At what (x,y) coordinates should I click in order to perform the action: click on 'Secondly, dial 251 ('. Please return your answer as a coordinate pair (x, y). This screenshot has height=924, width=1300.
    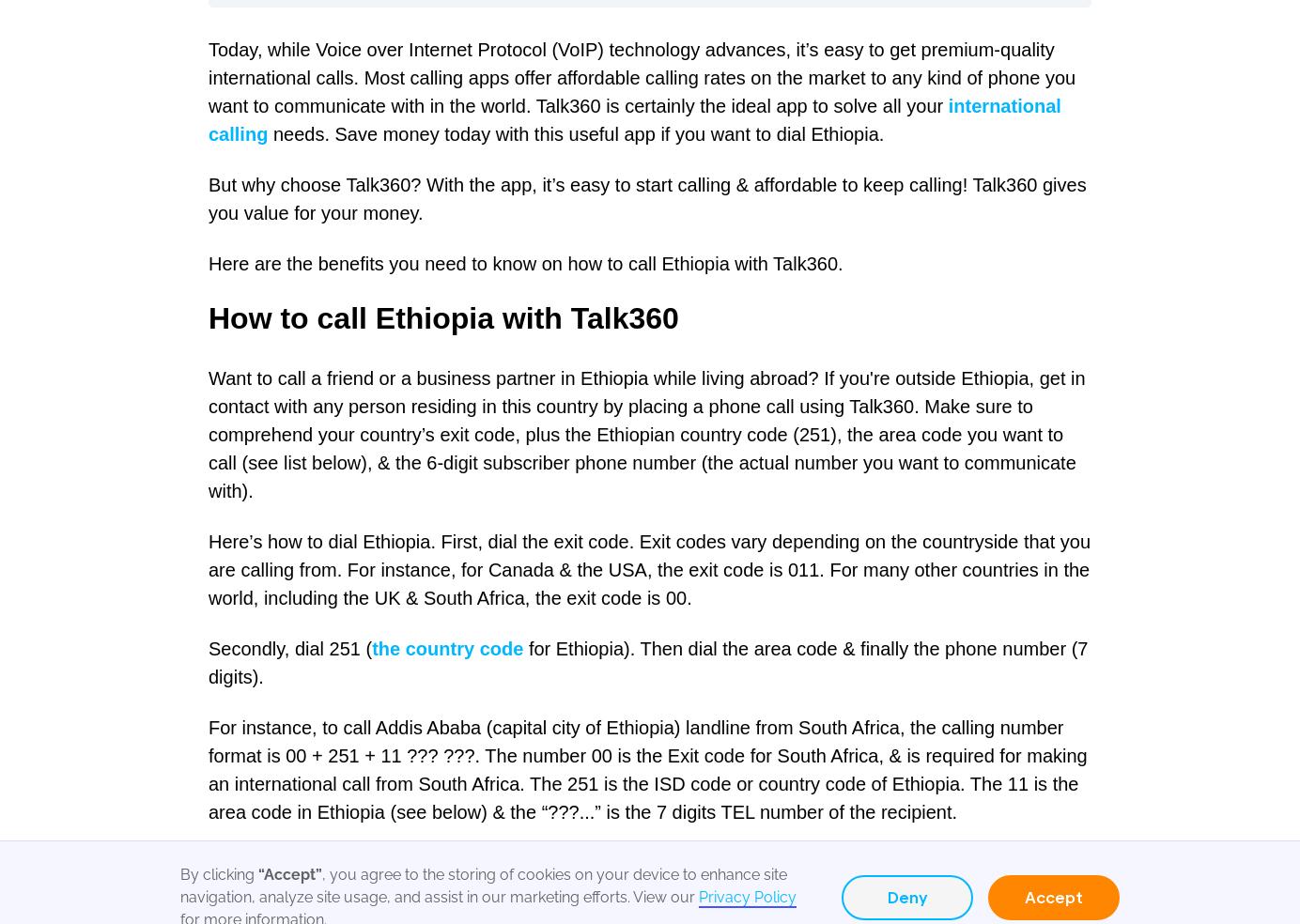
    Looking at the image, I should click on (290, 648).